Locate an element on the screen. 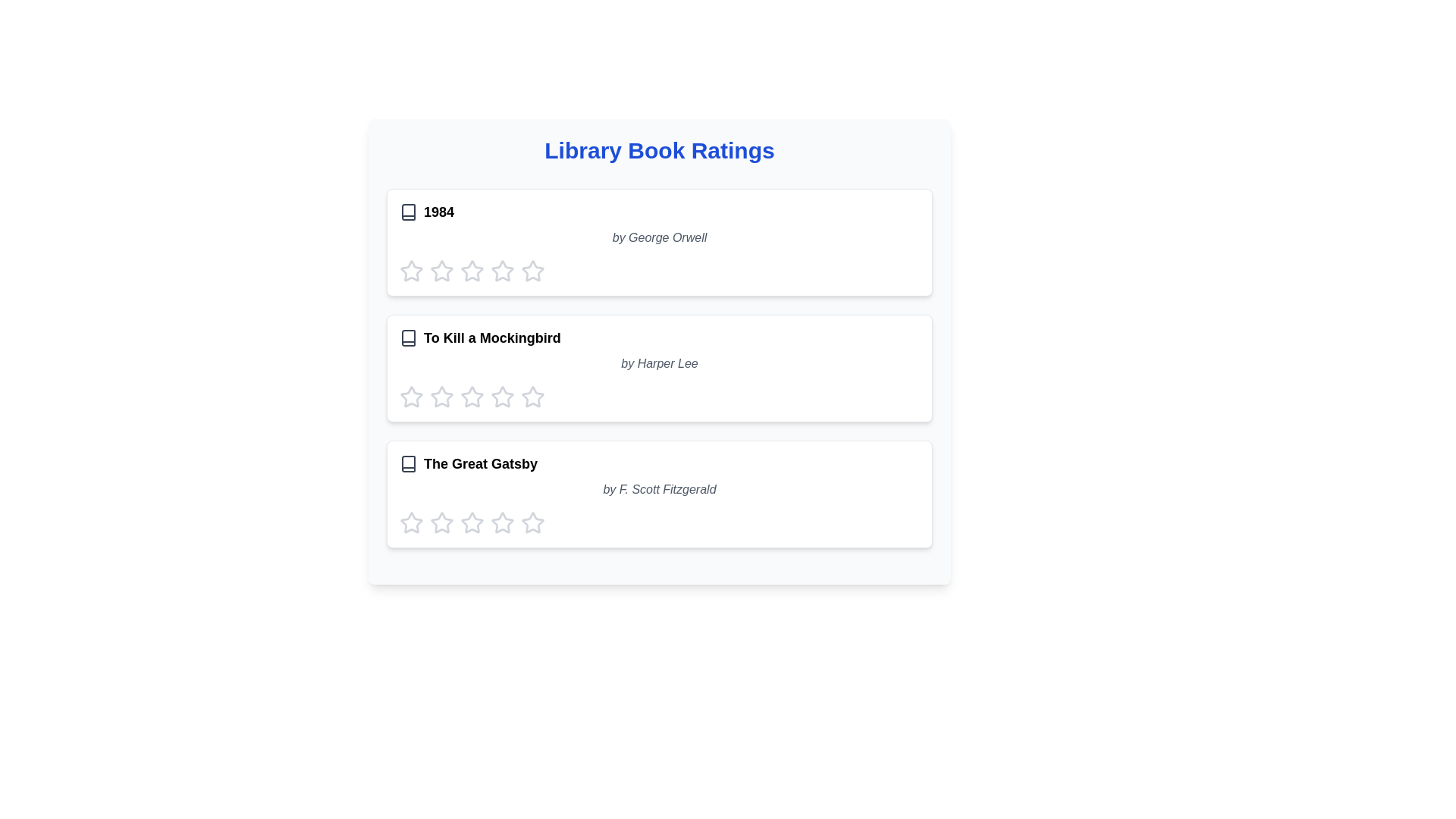  the third star is located at coordinates (502, 396).